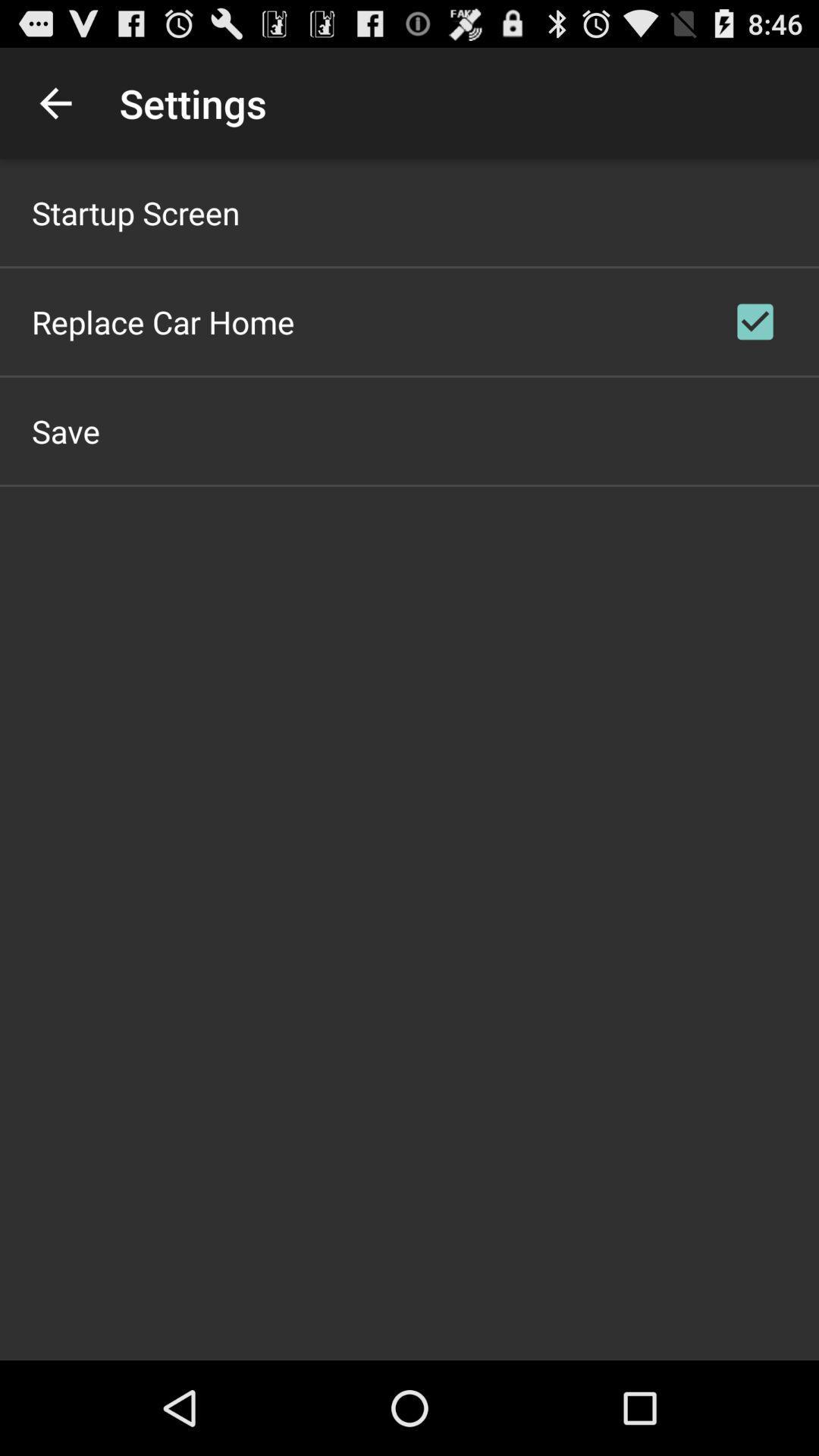 Image resolution: width=819 pixels, height=1456 pixels. What do you see at coordinates (65, 430) in the screenshot?
I see `the save` at bounding box center [65, 430].